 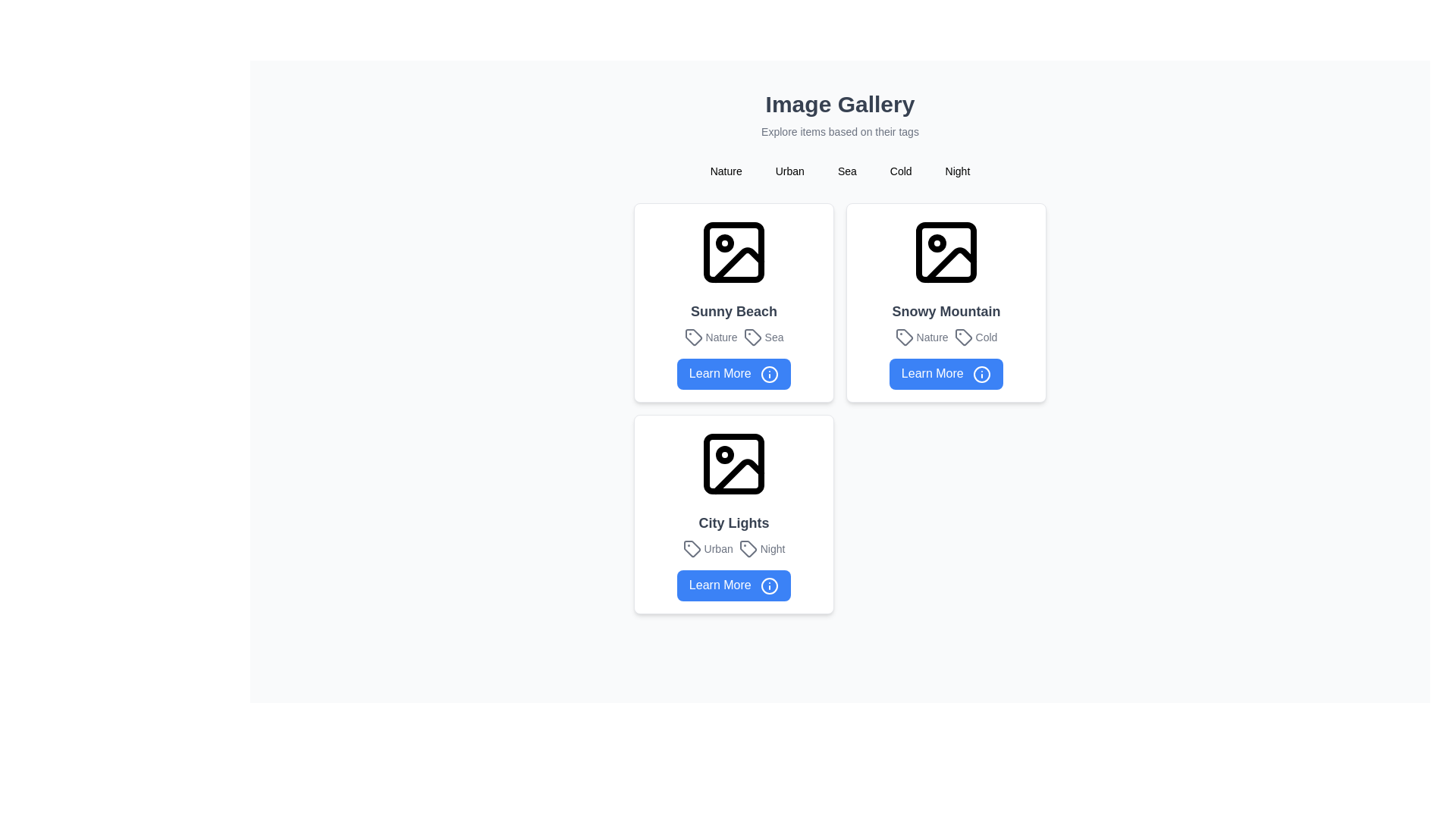 I want to click on Image icon representing an outlined picture with a sun and mountain, located at the top-left corner of the 'Sunny Beach' card, so click(x=734, y=251).